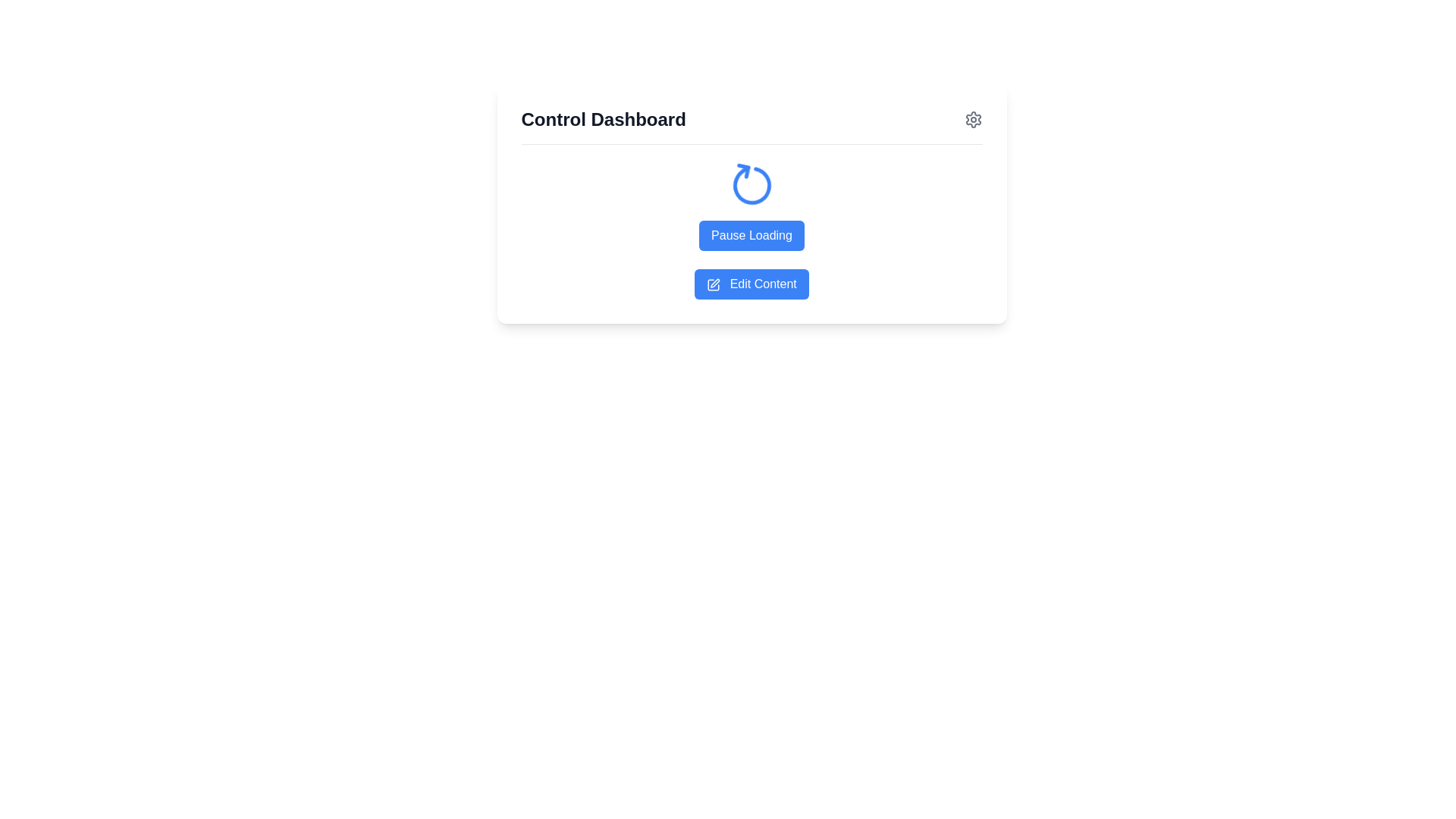 Image resolution: width=1456 pixels, height=819 pixels. Describe the element at coordinates (713, 284) in the screenshot. I see `the decorative icon located to the left of the 'Edit Content' button, which visually represents the editing functionality` at that location.